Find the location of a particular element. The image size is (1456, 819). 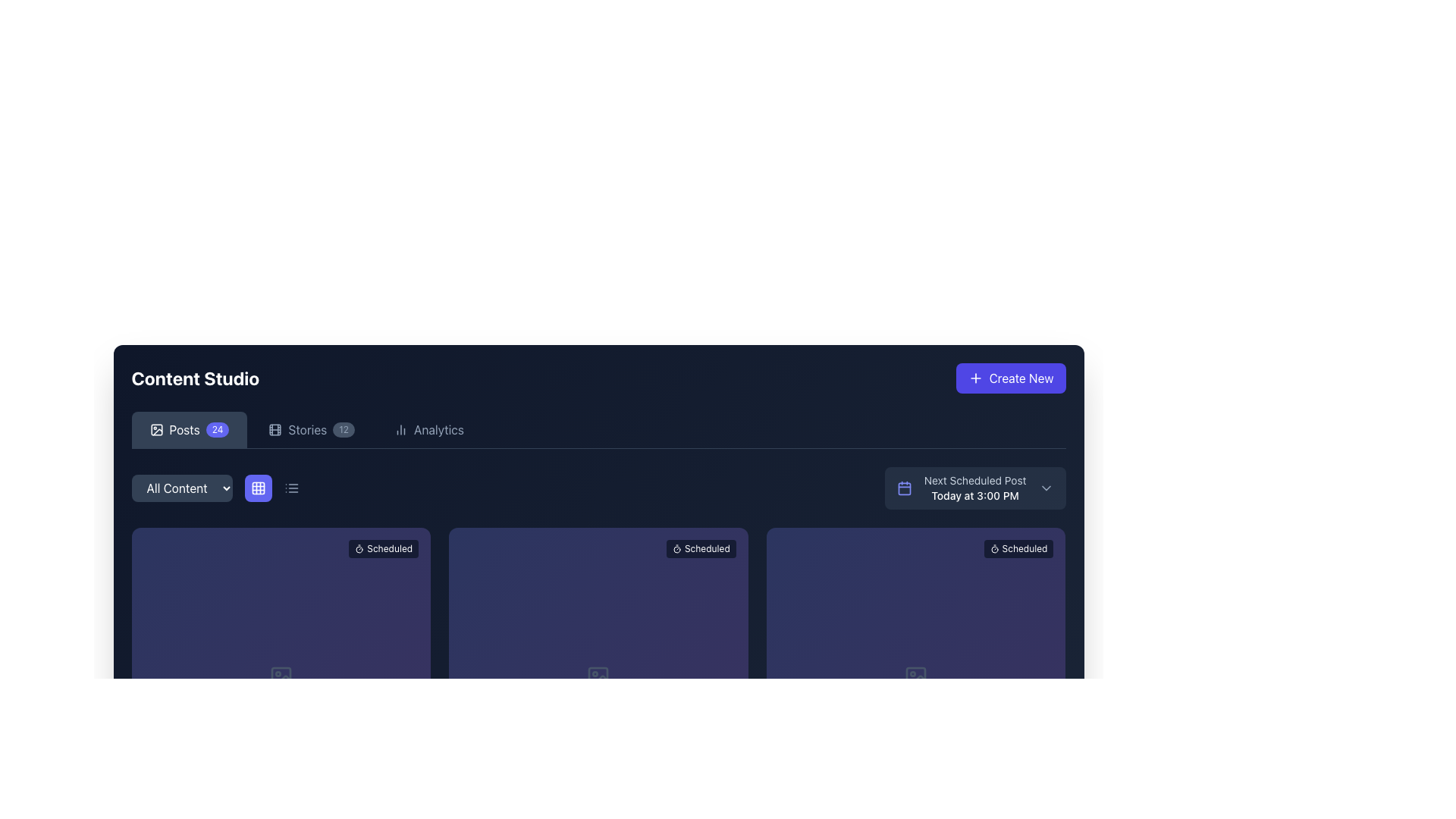

the static text label displaying 'Next Scheduled Post', which is aligned to the left in the upper right section of the interface is located at coordinates (975, 480).